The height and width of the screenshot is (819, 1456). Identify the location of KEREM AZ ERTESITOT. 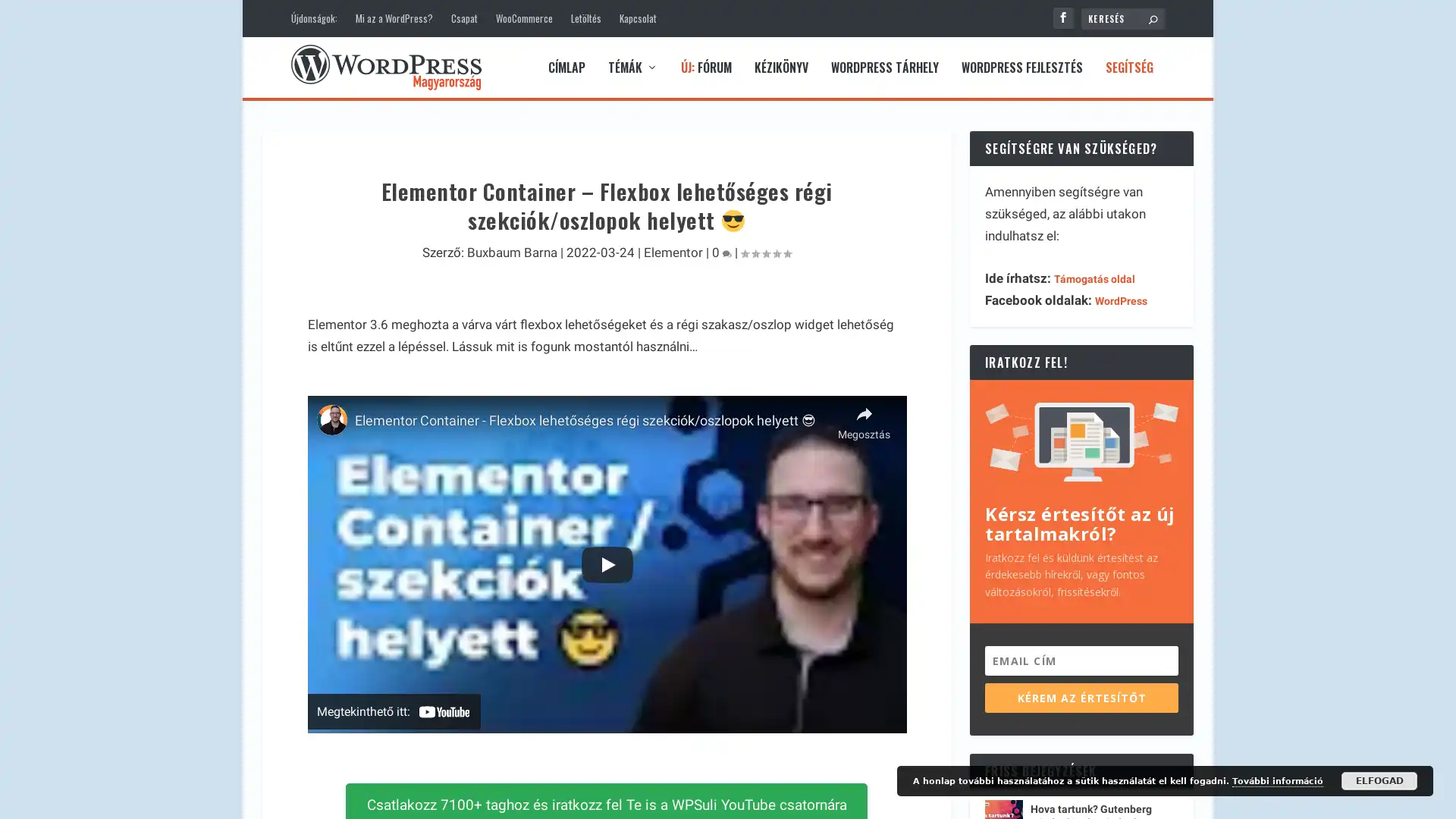
(1081, 697).